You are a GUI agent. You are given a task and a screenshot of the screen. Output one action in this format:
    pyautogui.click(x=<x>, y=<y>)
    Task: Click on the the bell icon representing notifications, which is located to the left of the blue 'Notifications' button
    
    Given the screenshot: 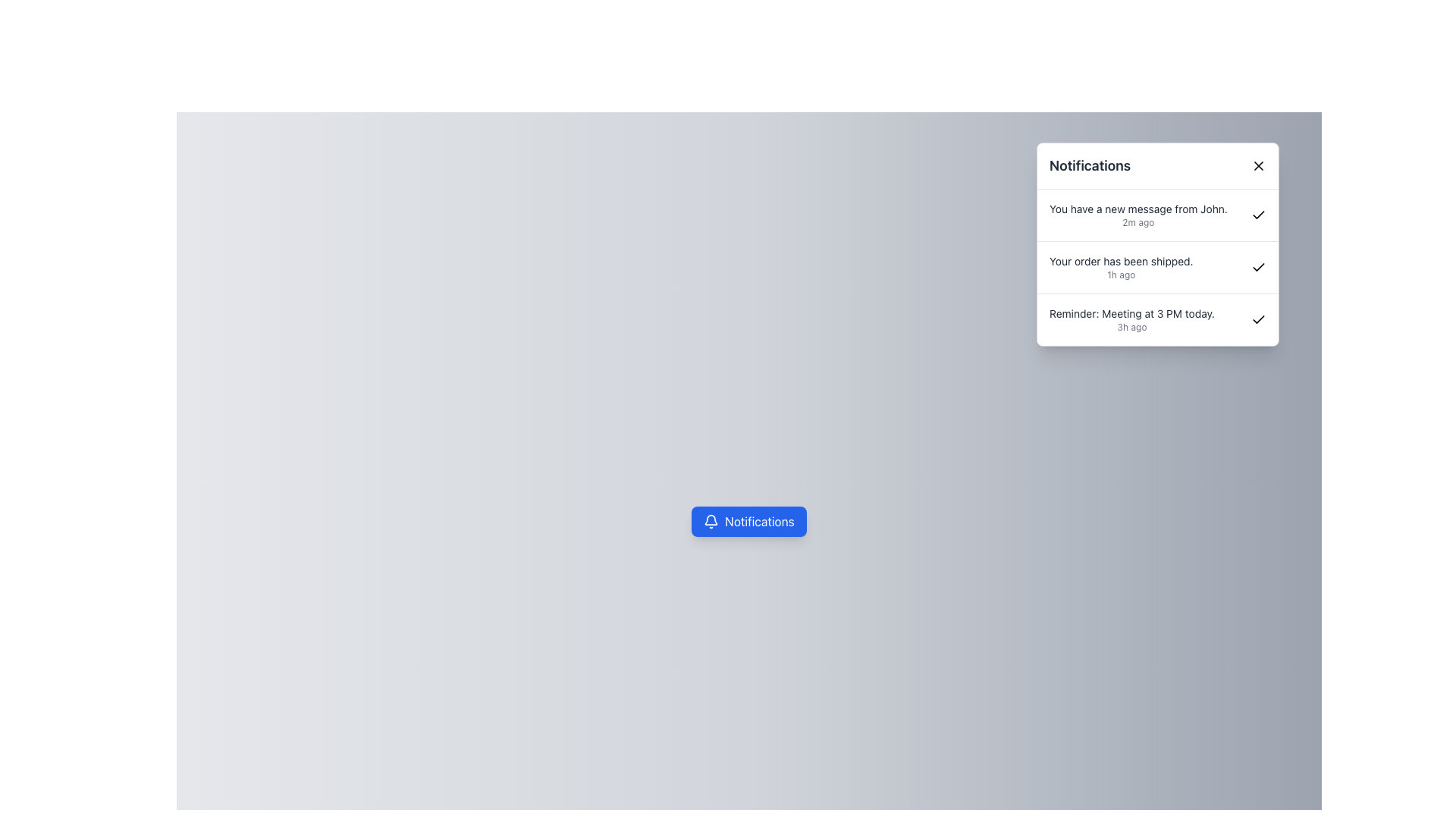 What is the action you would take?
    pyautogui.click(x=711, y=520)
    